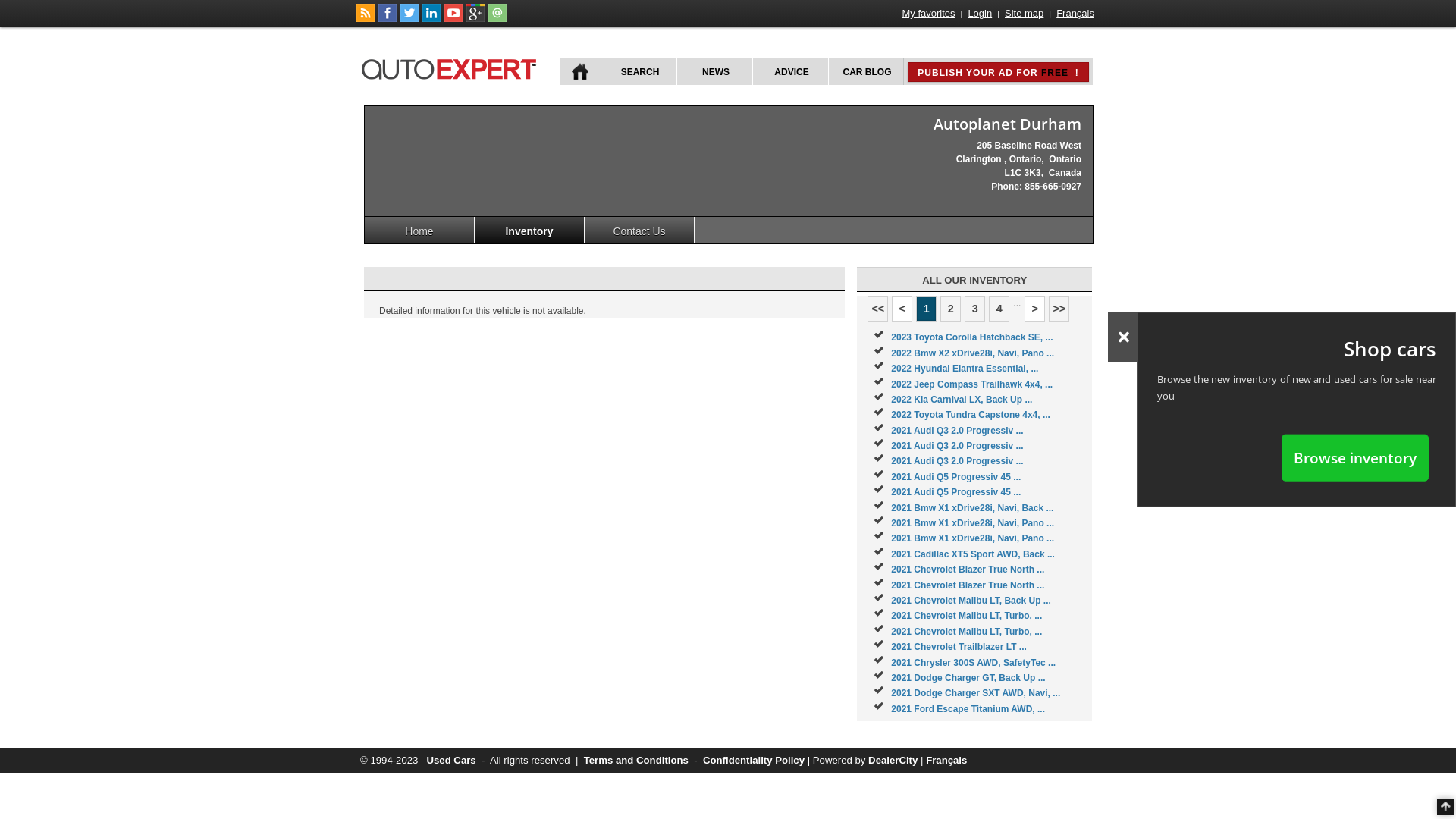 The width and height of the screenshot is (1456, 819). I want to click on '2022 Bmw X2 xDrive28i, Navi, Pano ...', so click(972, 353).